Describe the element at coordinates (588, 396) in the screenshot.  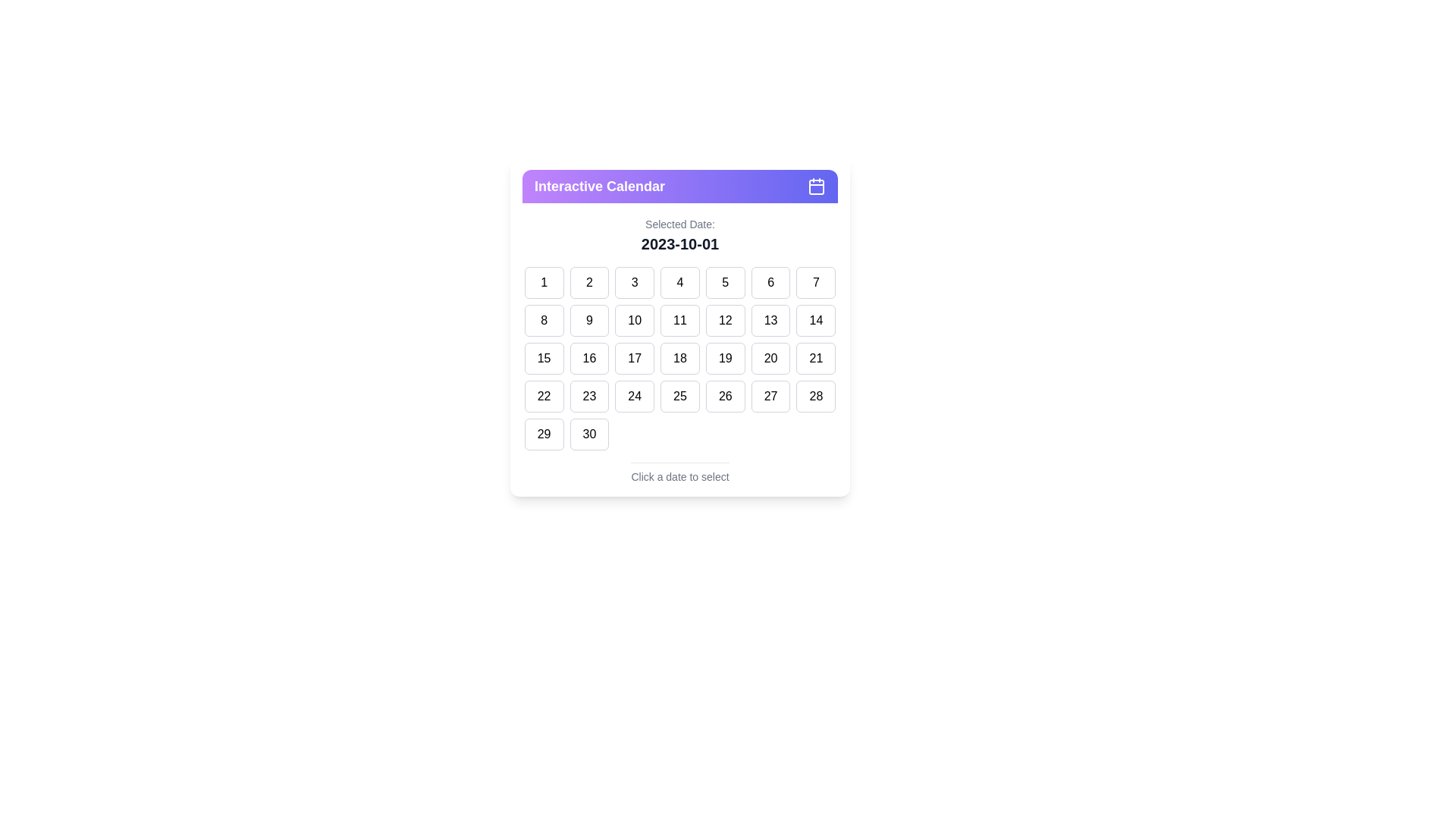
I see `the small rectangular button displaying '23' for keyboard interaction, located in the second position of the seventh row in the grid under 'Interactive Calendar'` at that location.